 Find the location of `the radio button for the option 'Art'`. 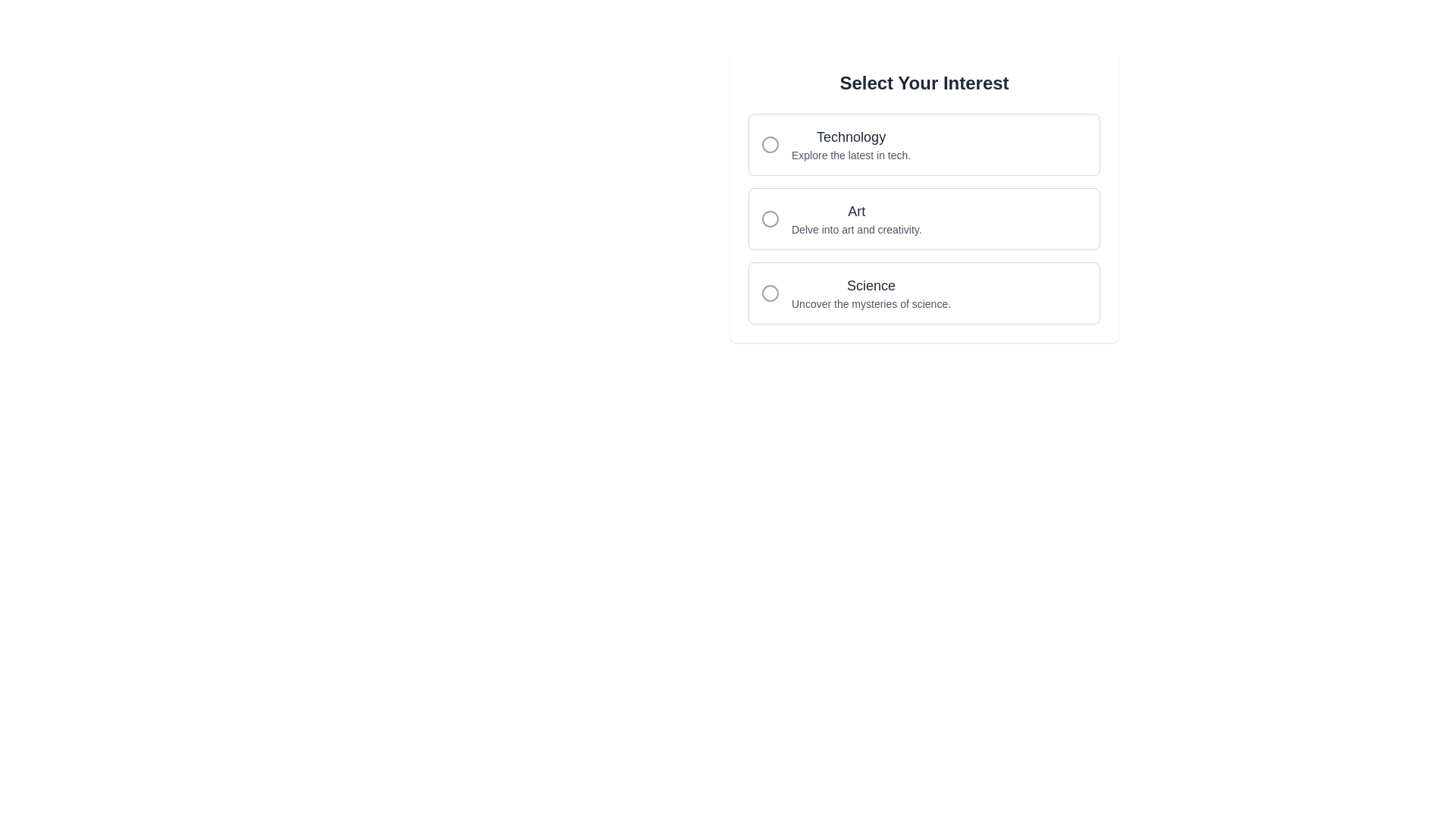

the radio button for the option 'Art' is located at coordinates (770, 219).